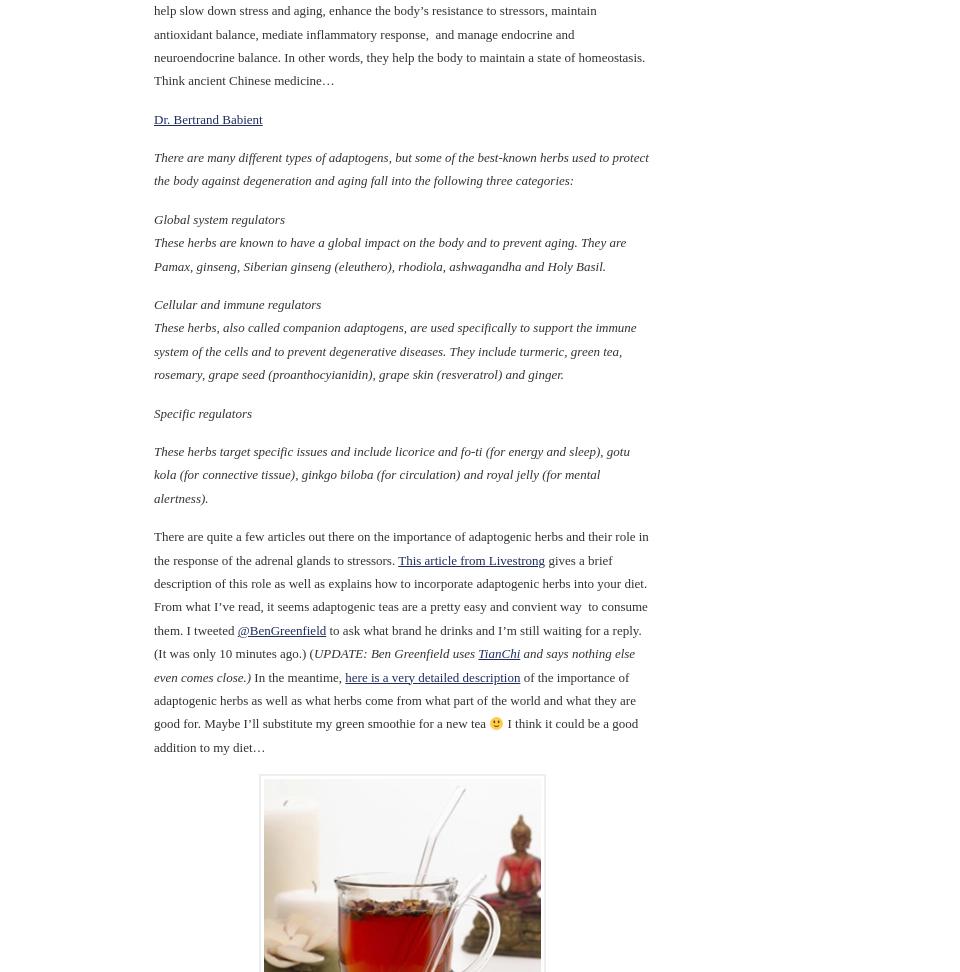  Describe the element at coordinates (296, 675) in the screenshot. I see `'In the meantime,'` at that location.